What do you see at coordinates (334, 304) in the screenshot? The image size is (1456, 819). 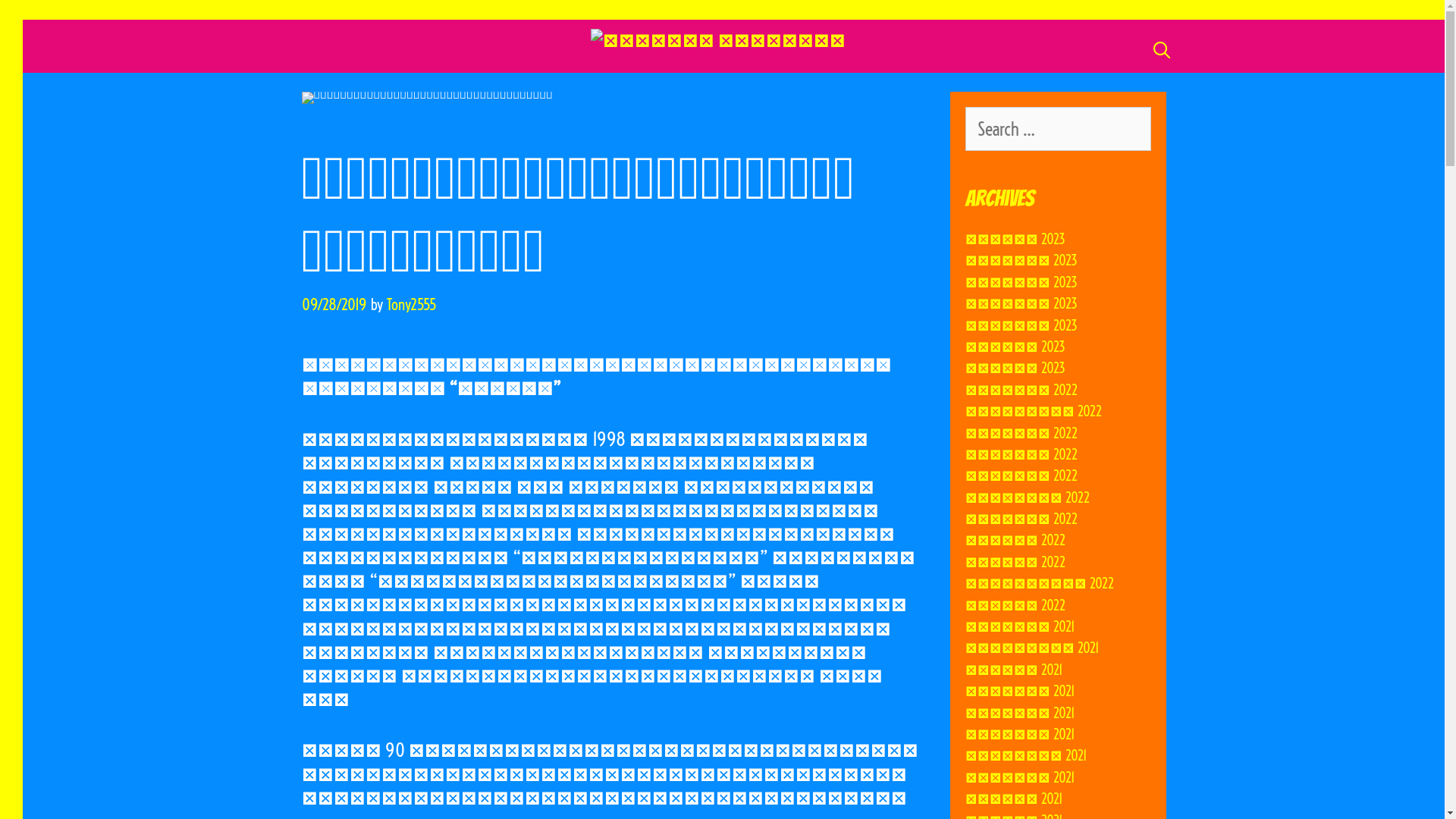 I see `'09/28/2019'` at bounding box center [334, 304].